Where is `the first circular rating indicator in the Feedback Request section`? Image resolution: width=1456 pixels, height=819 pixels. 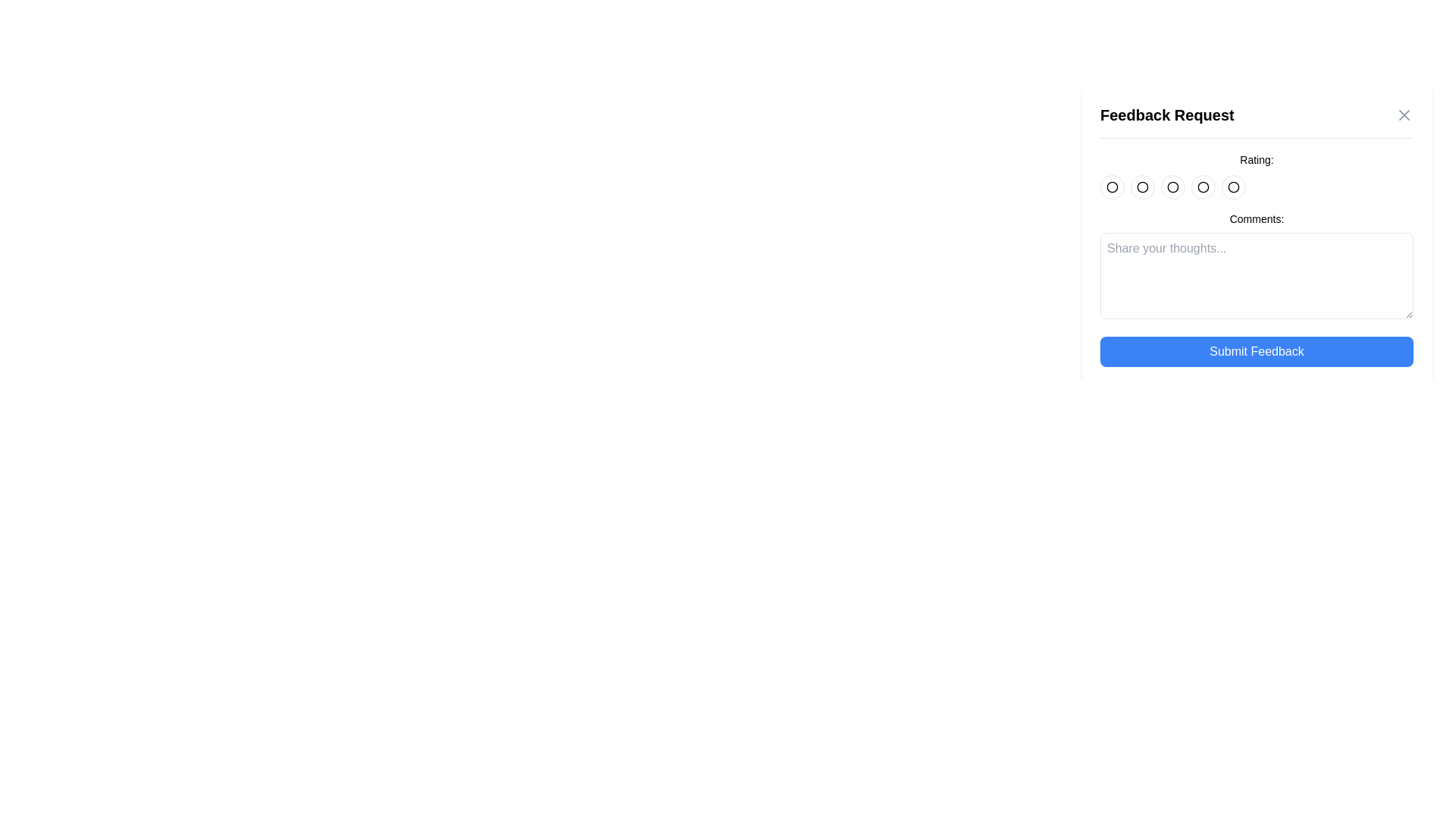 the first circular rating indicator in the Feedback Request section is located at coordinates (1112, 186).